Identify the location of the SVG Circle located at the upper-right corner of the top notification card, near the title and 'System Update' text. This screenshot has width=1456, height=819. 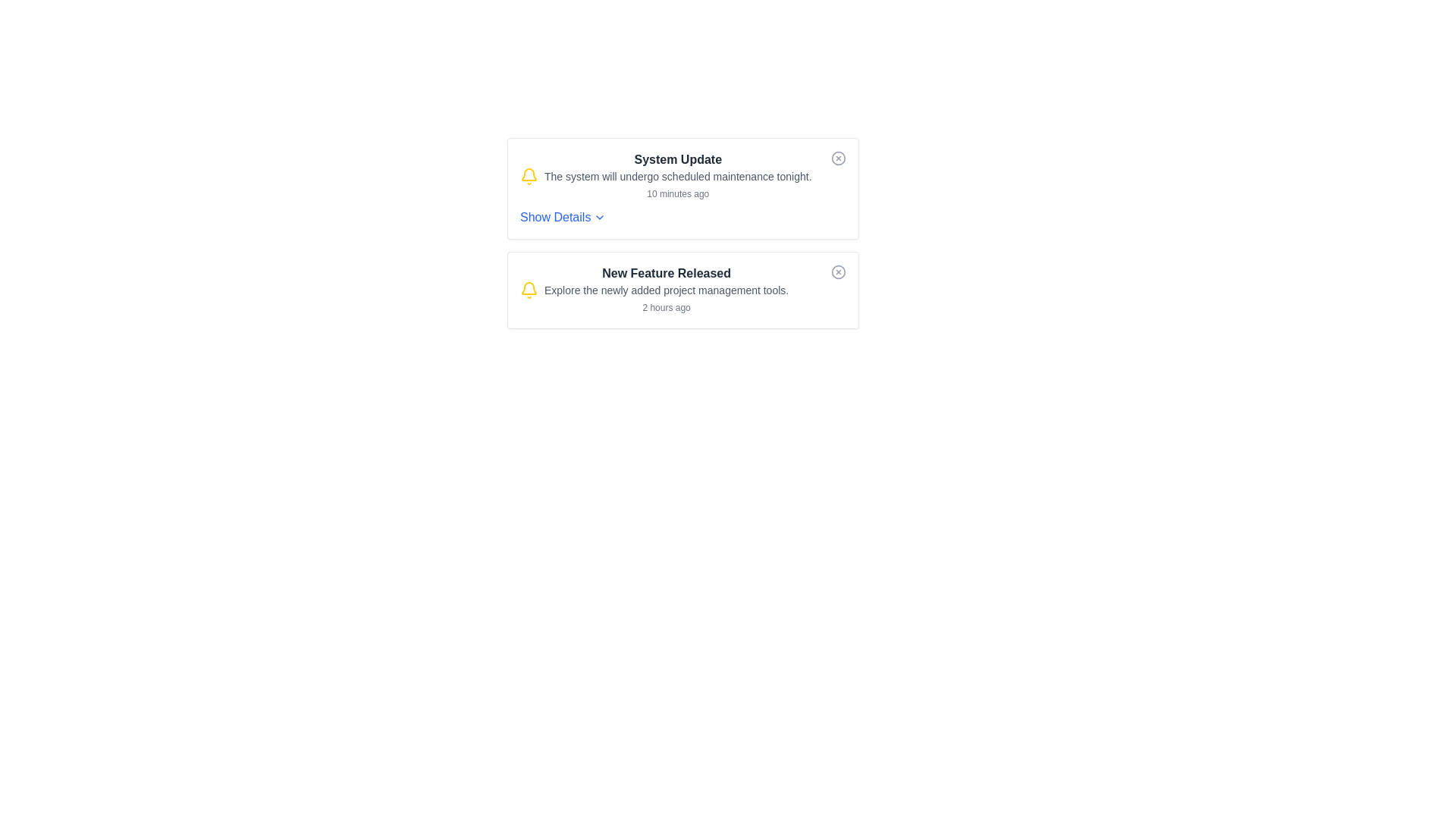
(837, 158).